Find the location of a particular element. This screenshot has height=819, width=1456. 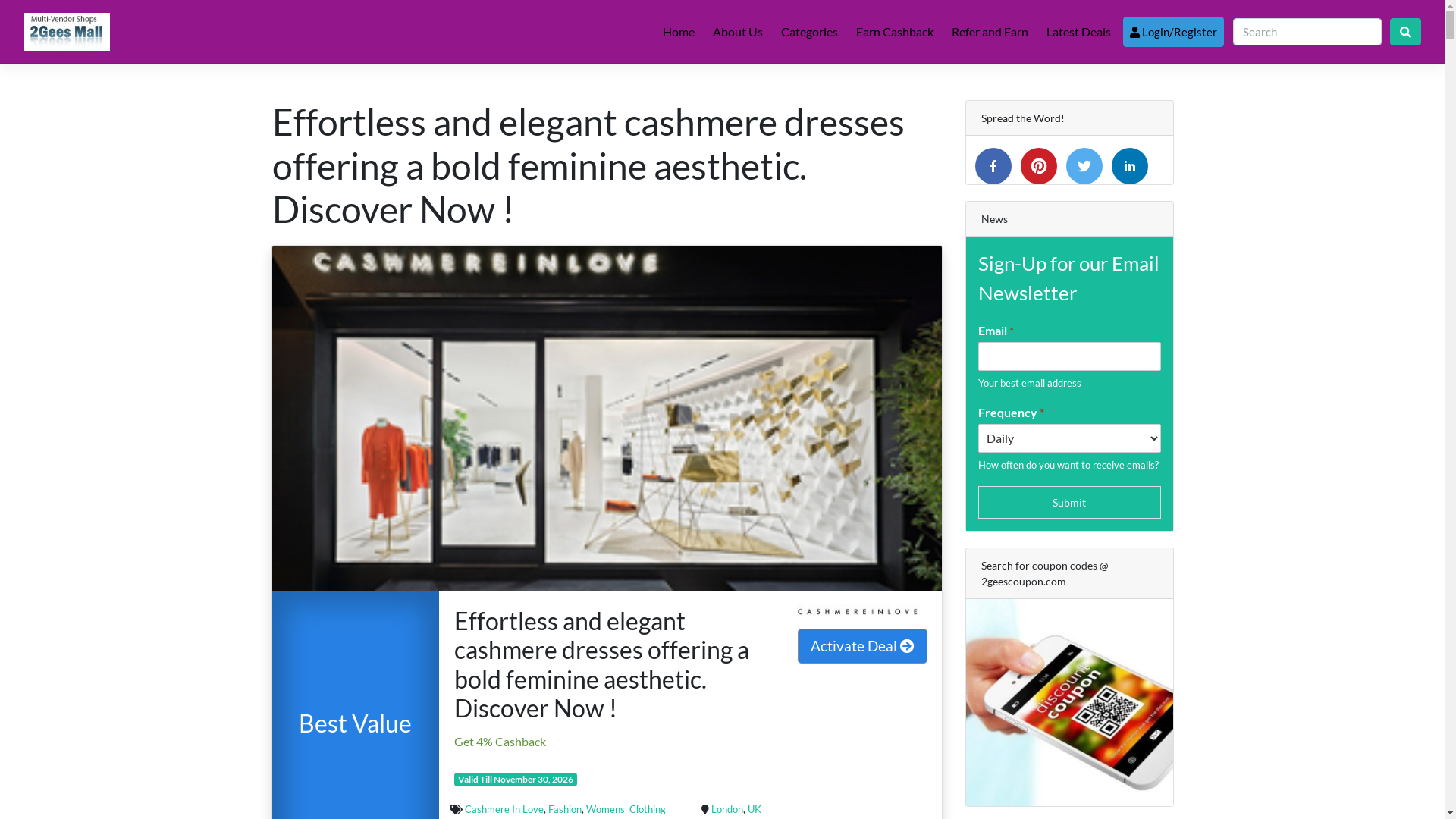

'London' is located at coordinates (726, 808).